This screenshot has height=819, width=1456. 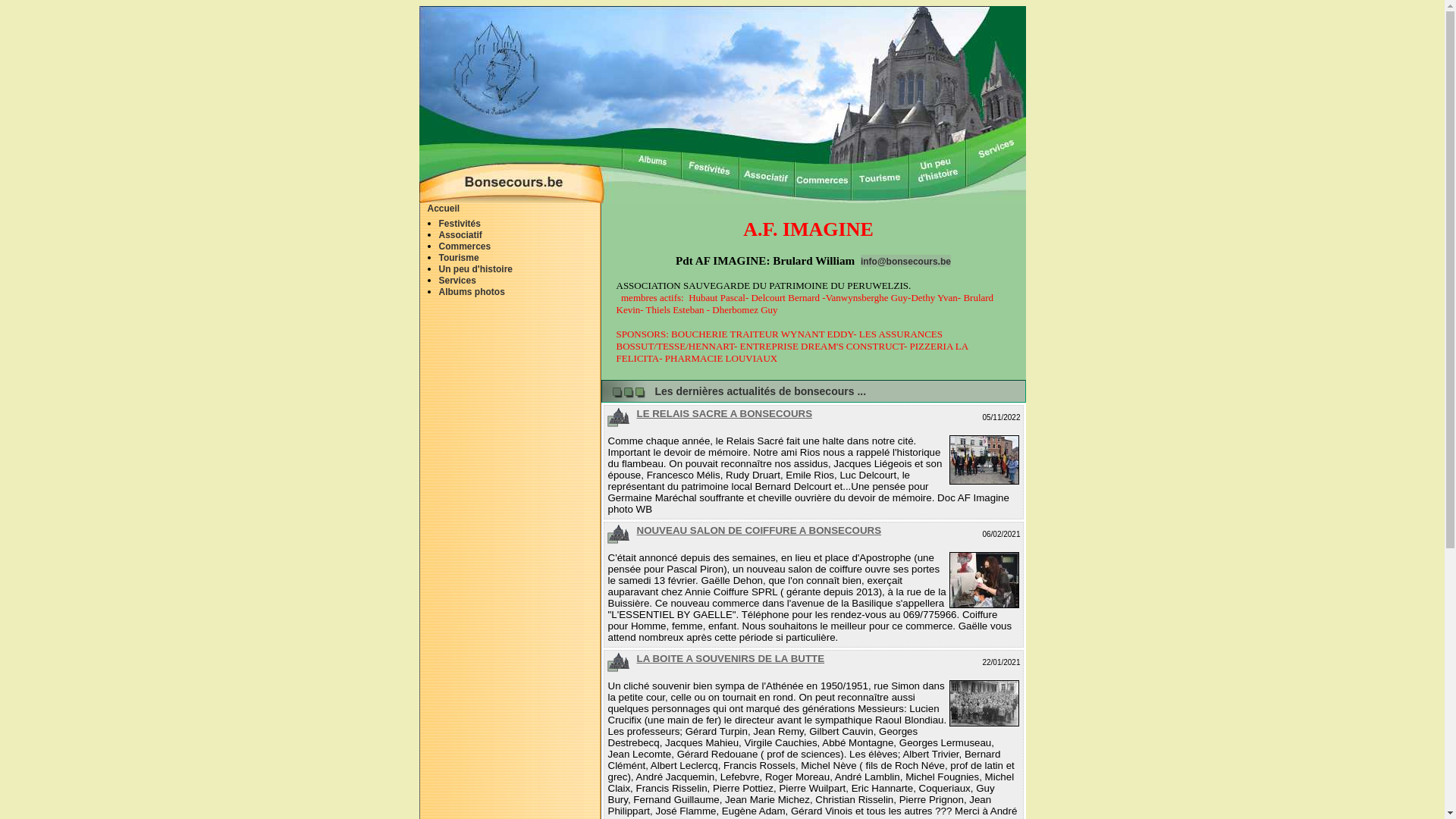 What do you see at coordinates (459, 234) in the screenshot?
I see `'Associatif'` at bounding box center [459, 234].